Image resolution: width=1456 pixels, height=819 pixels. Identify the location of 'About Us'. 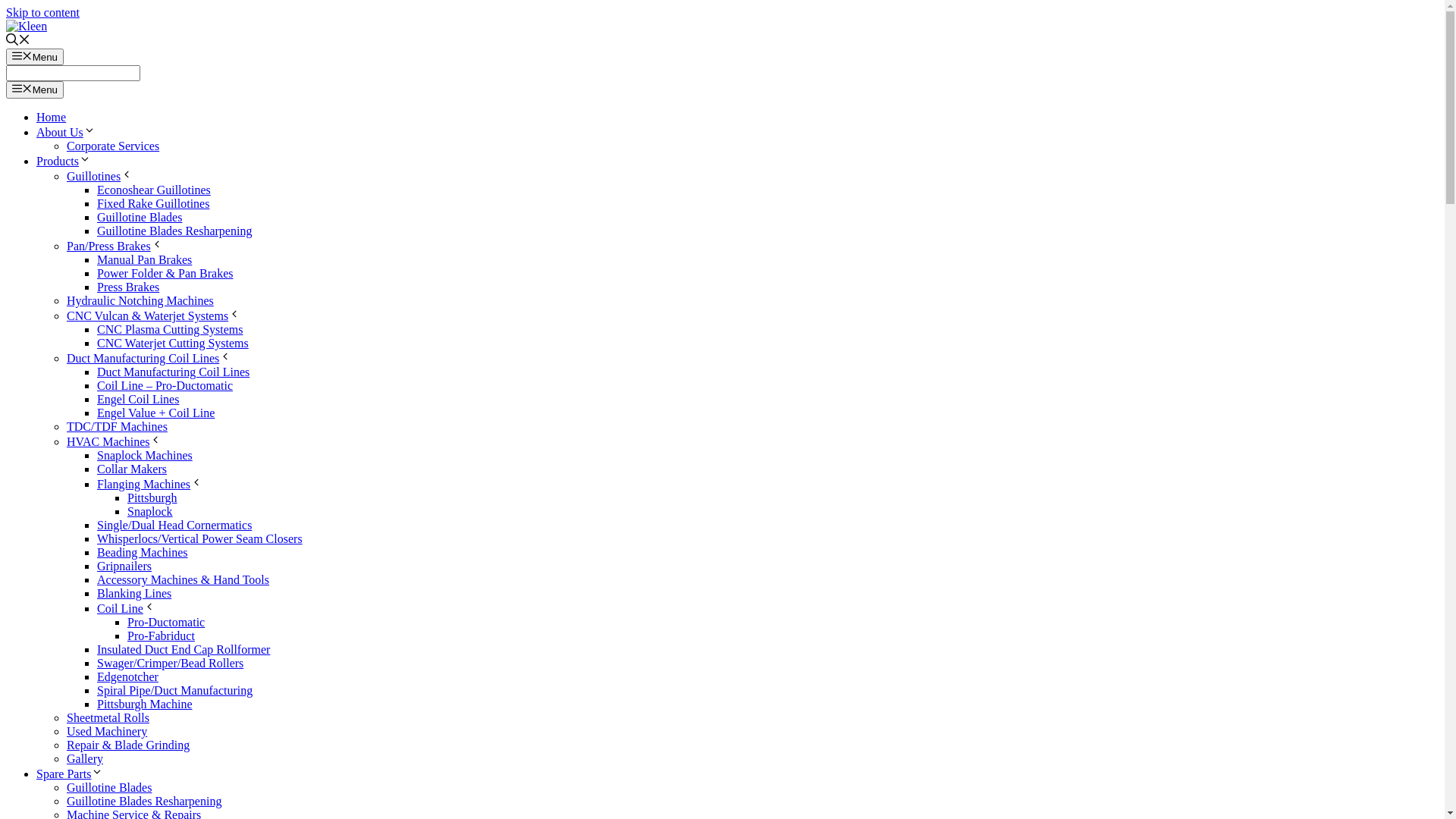
(64, 131).